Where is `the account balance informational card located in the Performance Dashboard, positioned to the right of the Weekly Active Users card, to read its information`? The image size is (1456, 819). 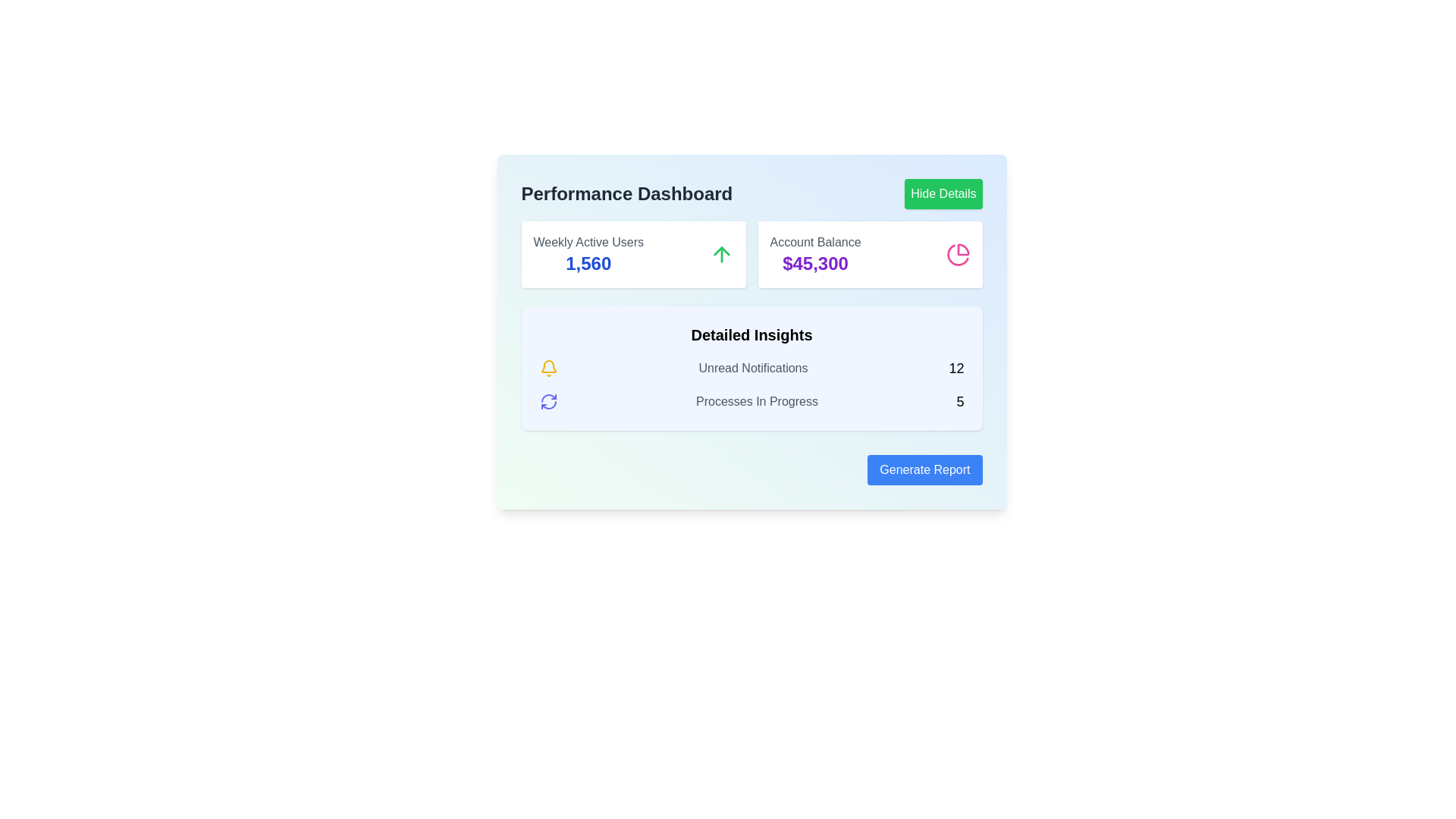
the account balance informational card located in the Performance Dashboard, positioned to the right of the Weekly Active Users card, to read its information is located at coordinates (870, 253).